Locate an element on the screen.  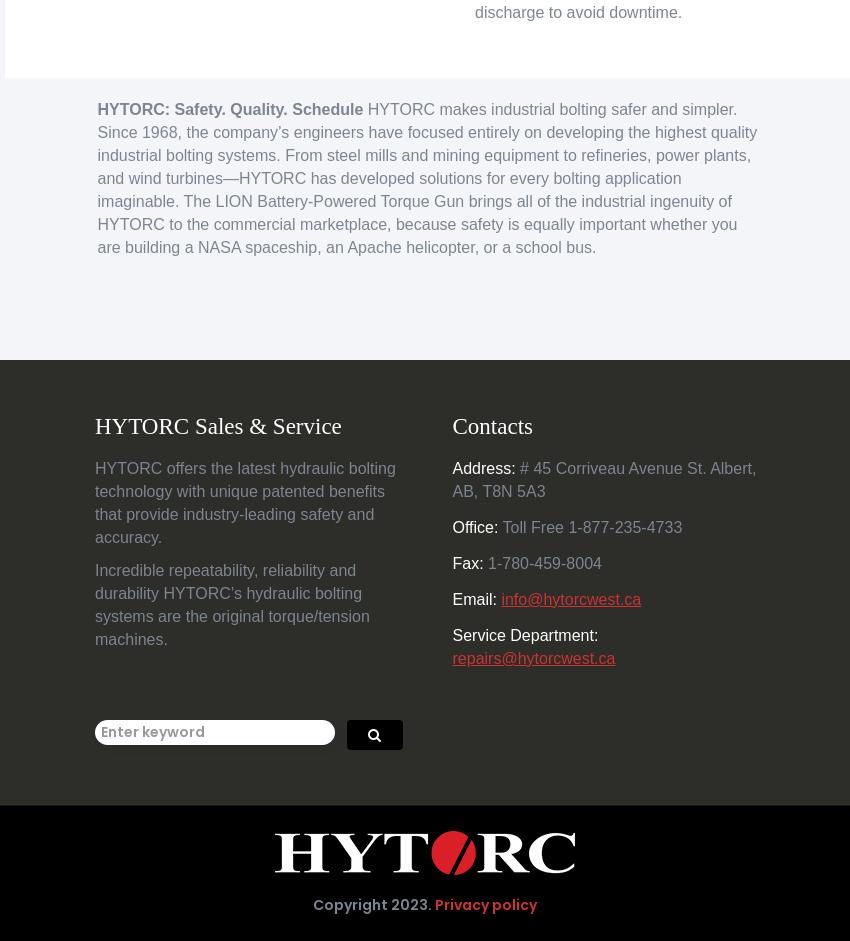
'Email:' is located at coordinates (473, 597).